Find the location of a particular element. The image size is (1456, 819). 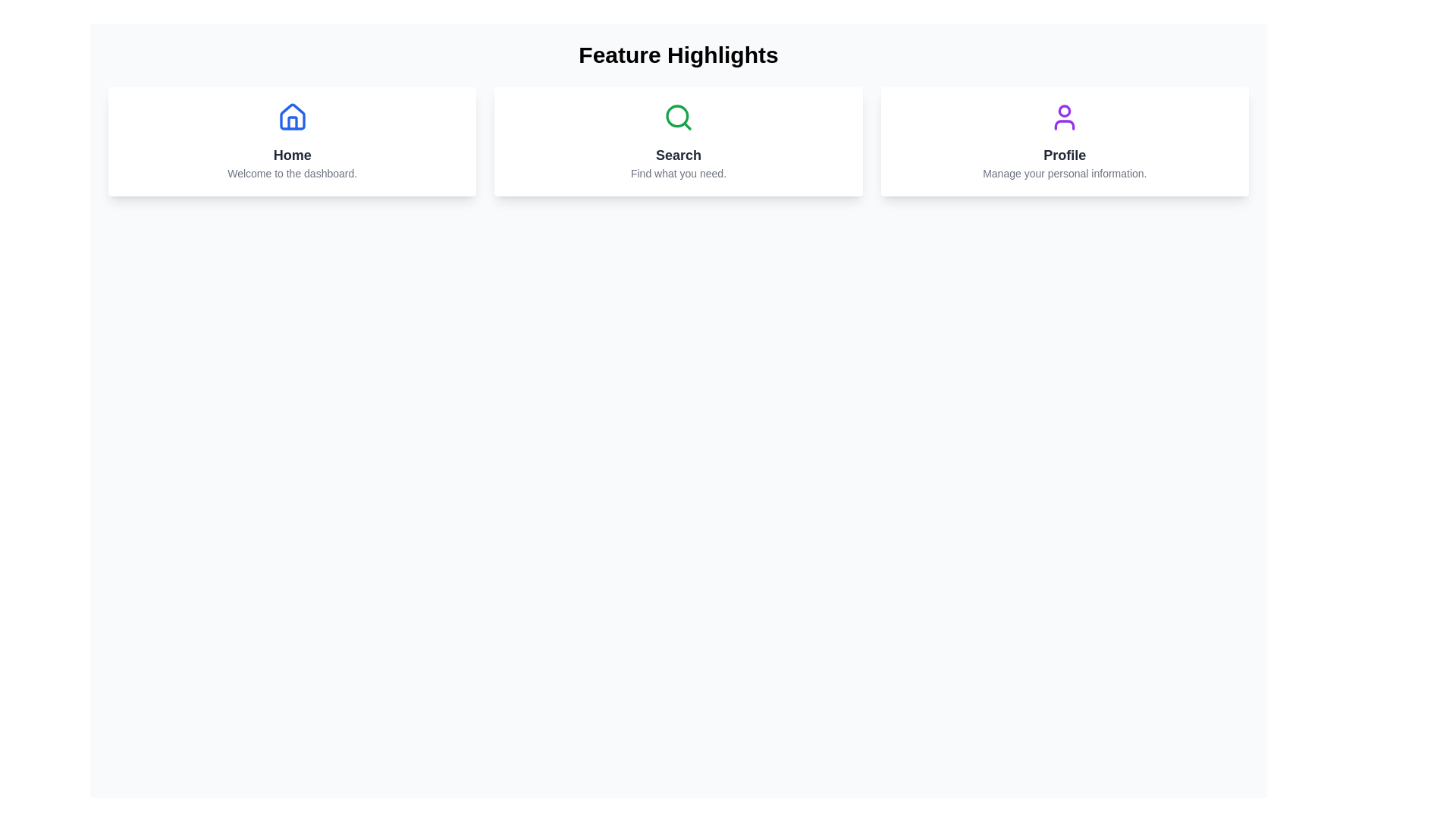

the text label reading 'Manage your personal information.' which is styled with gray text and located beneath the 'Profile' title in the third card of the interface is located at coordinates (1064, 172).